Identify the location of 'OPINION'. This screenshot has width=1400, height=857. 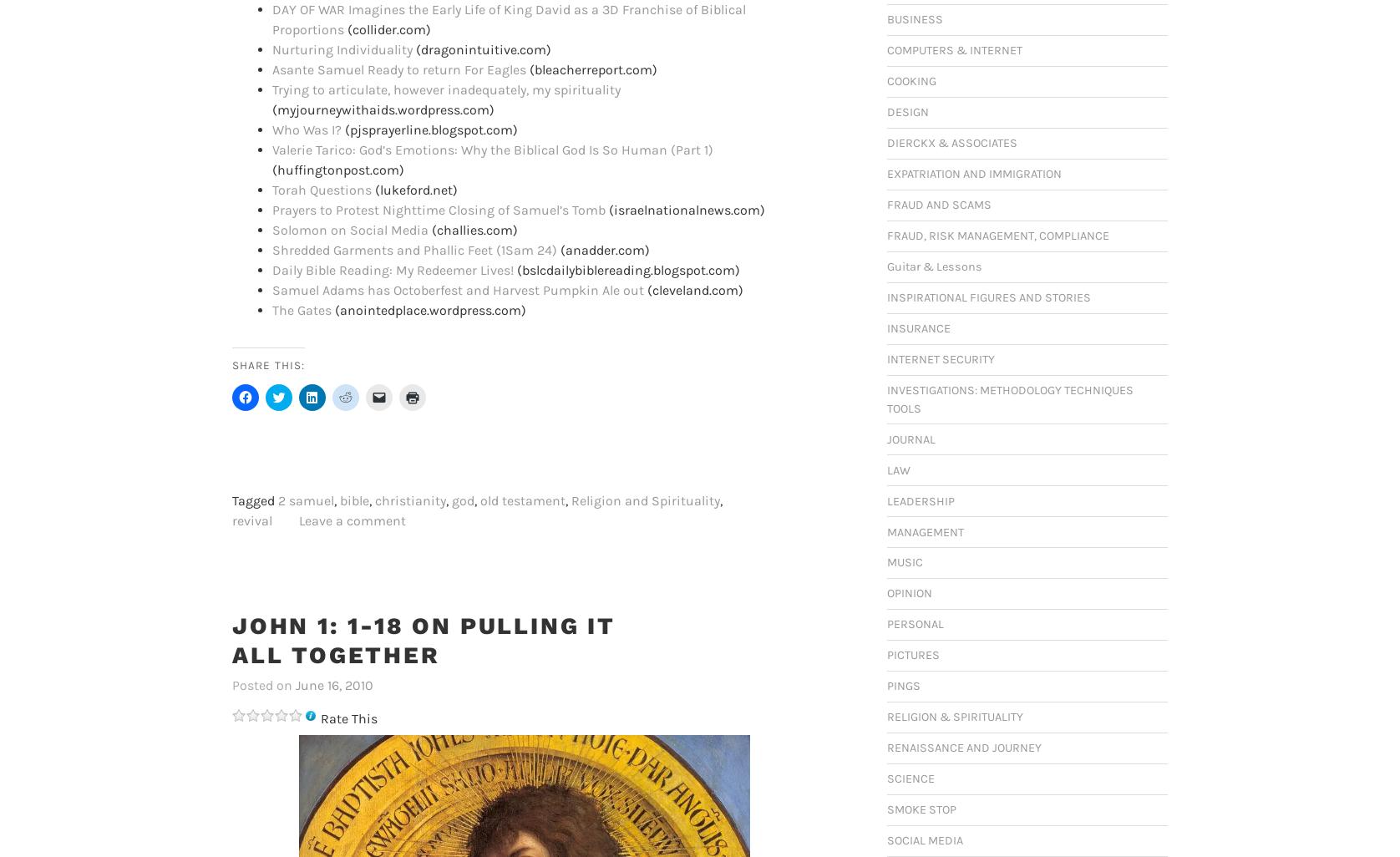
(886, 592).